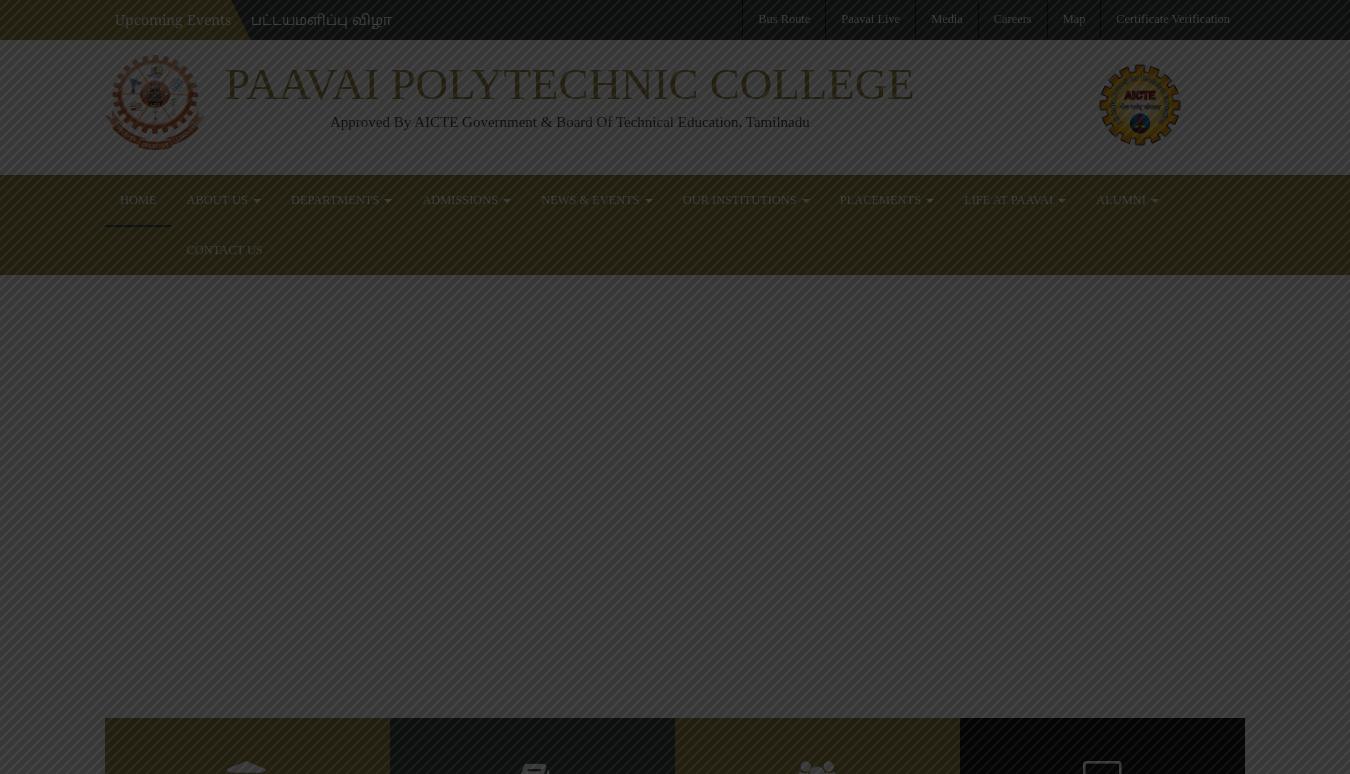  I want to click on 'Republic Day’23', so click(968, 361).